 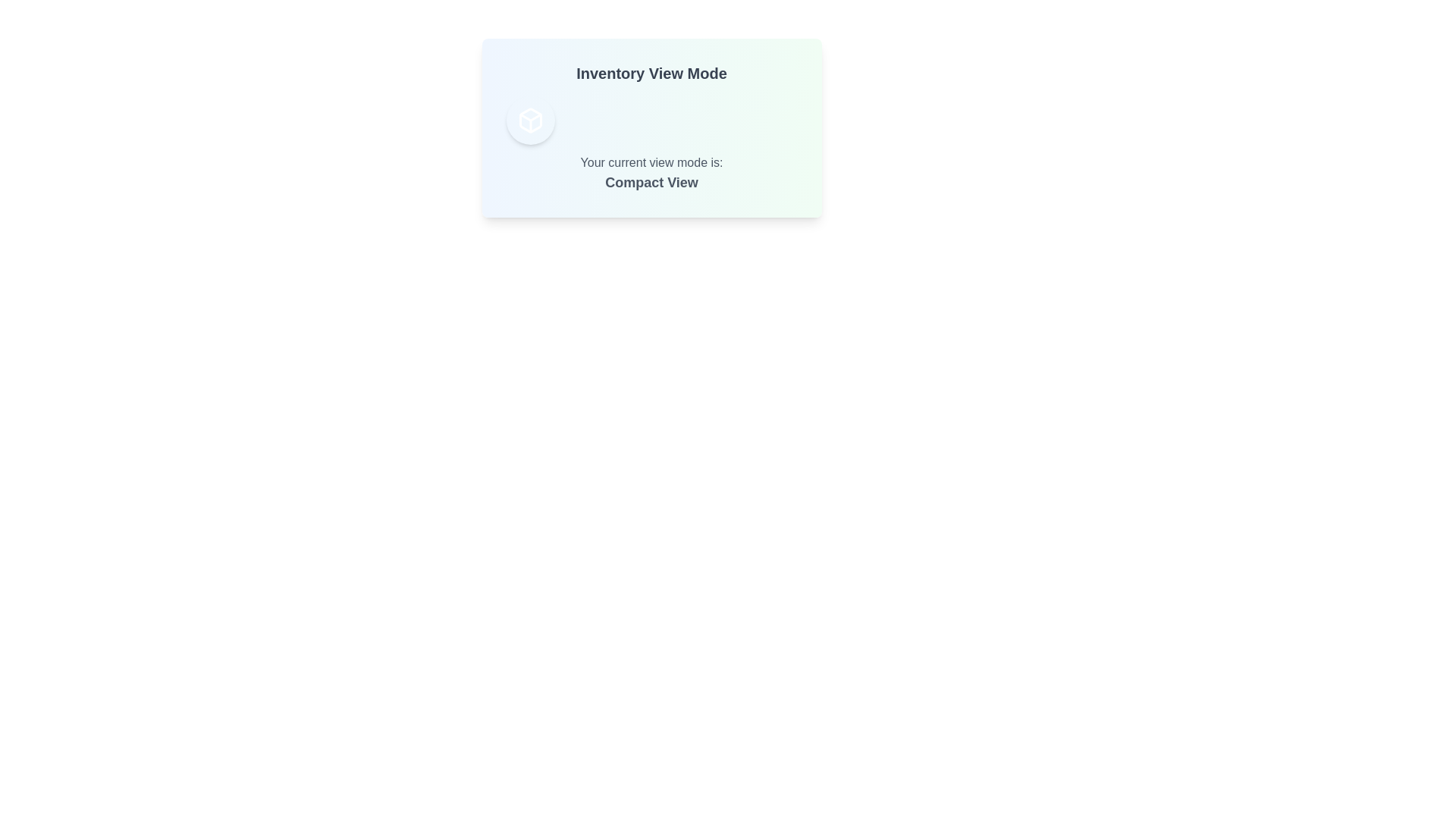 I want to click on the toggle button to observe its hover effects, so click(x=530, y=119).